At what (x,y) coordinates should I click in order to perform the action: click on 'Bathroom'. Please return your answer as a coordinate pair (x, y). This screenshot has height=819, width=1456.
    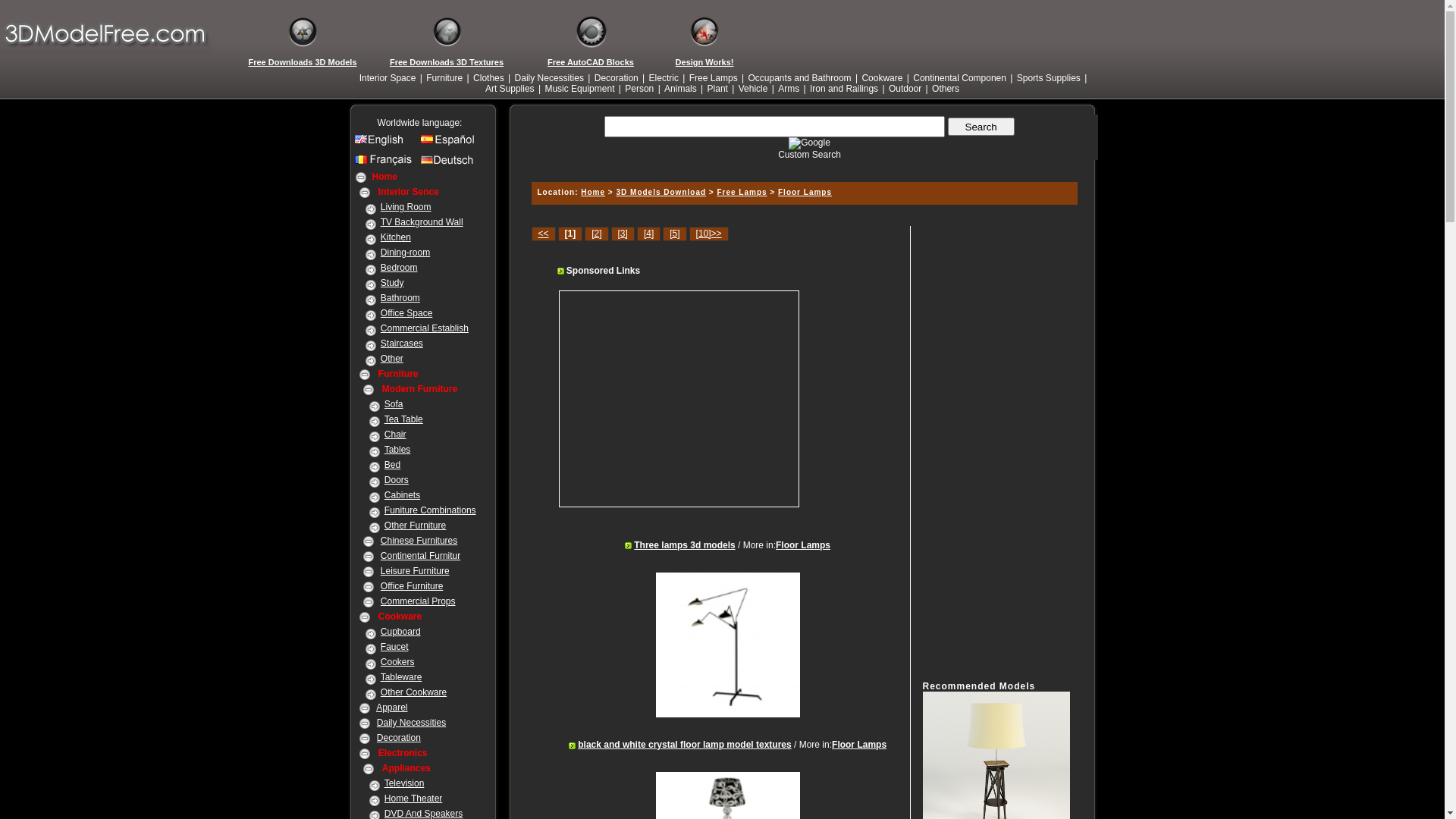
    Looking at the image, I should click on (400, 298).